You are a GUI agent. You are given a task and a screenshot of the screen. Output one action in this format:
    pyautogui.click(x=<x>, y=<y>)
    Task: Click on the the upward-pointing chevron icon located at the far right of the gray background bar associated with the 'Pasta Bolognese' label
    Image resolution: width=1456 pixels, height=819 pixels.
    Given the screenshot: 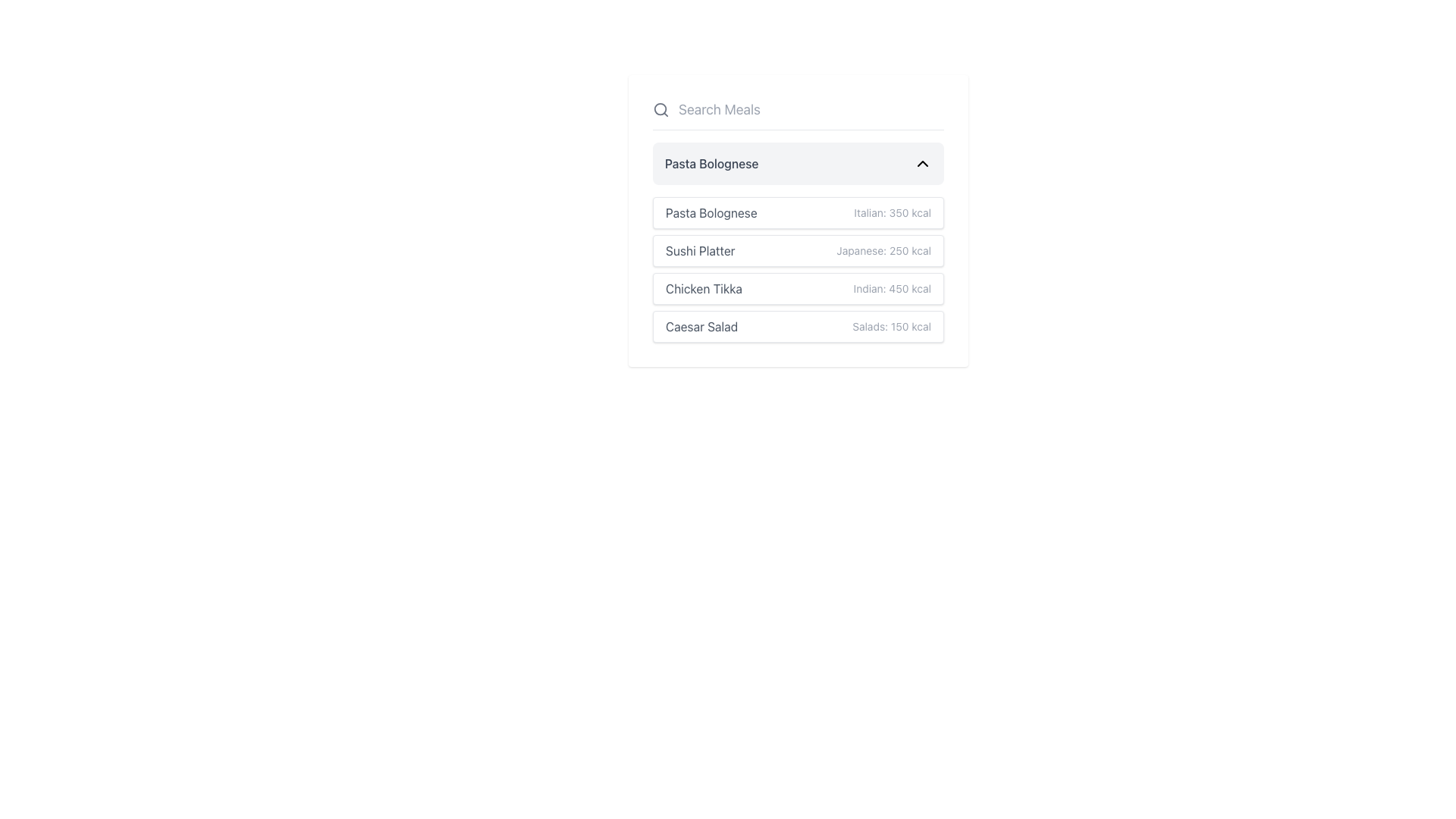 What is the action you would take?
    pyautogui.click(x=922, y=164)
    